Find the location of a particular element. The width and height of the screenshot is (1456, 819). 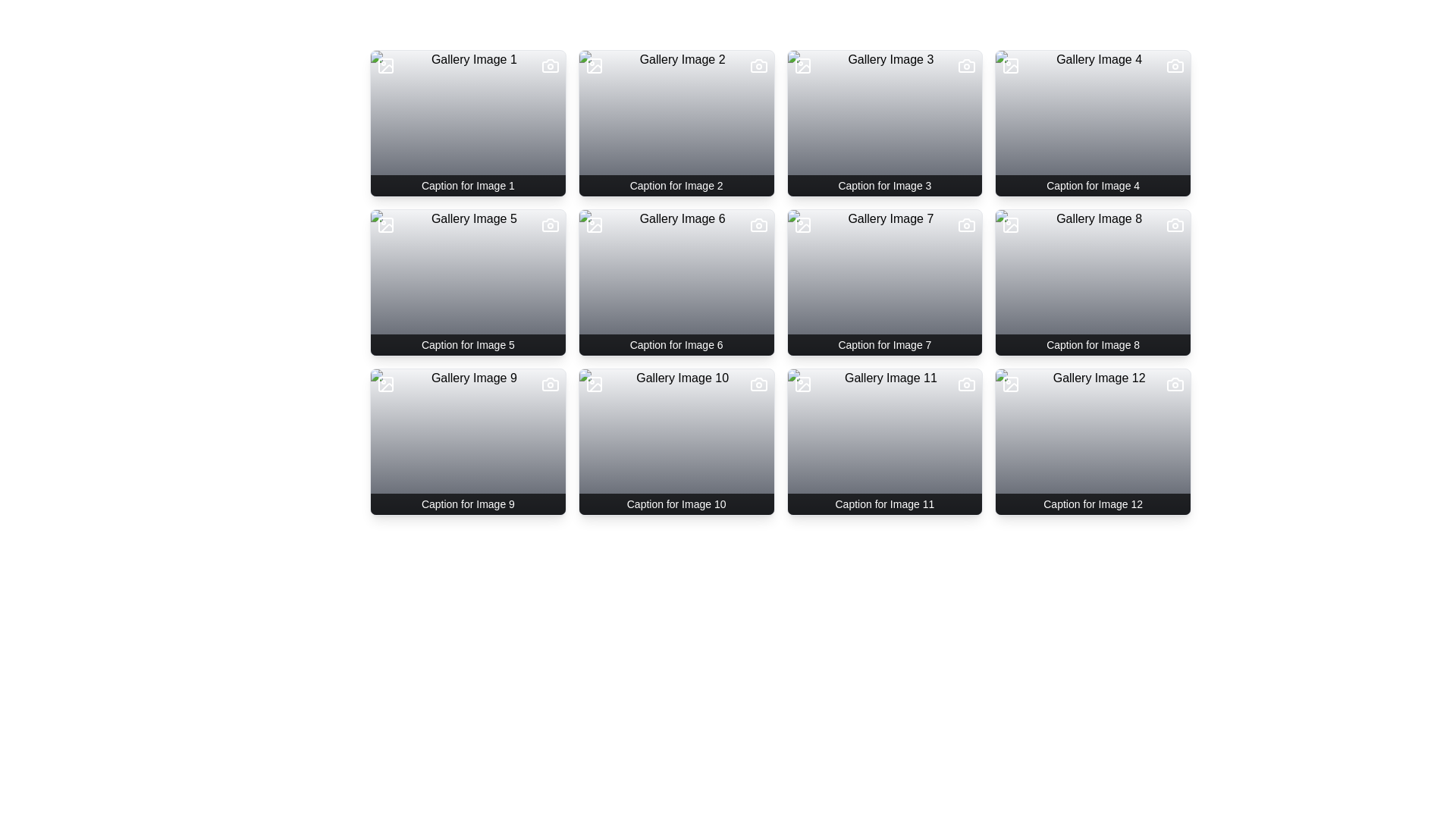

the icon button located in the top-right corner of the 'Gallery Image 12' panel is located at coordinates (1175, 383).